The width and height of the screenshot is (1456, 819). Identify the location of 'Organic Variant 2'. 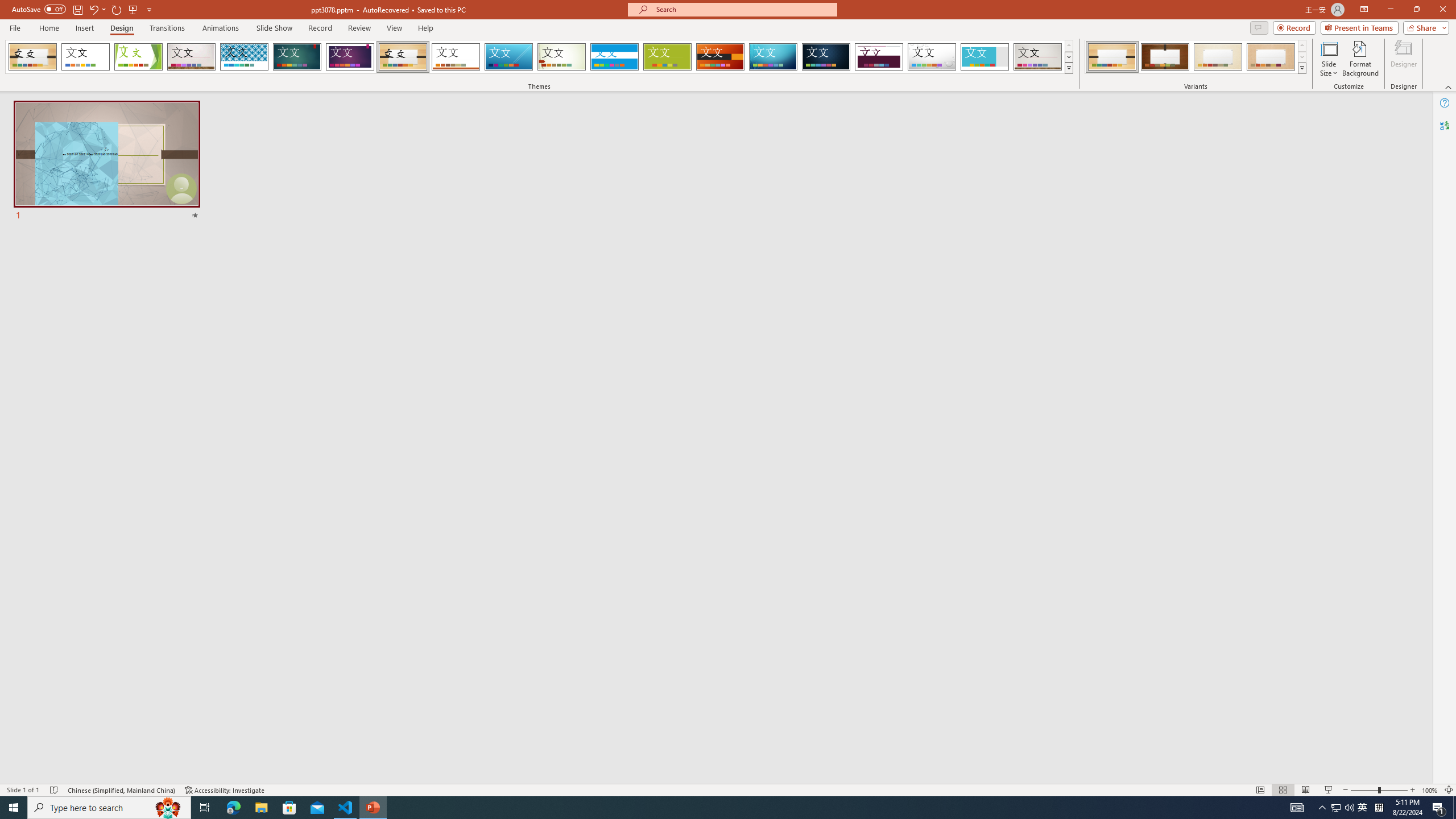
(1164, 56).